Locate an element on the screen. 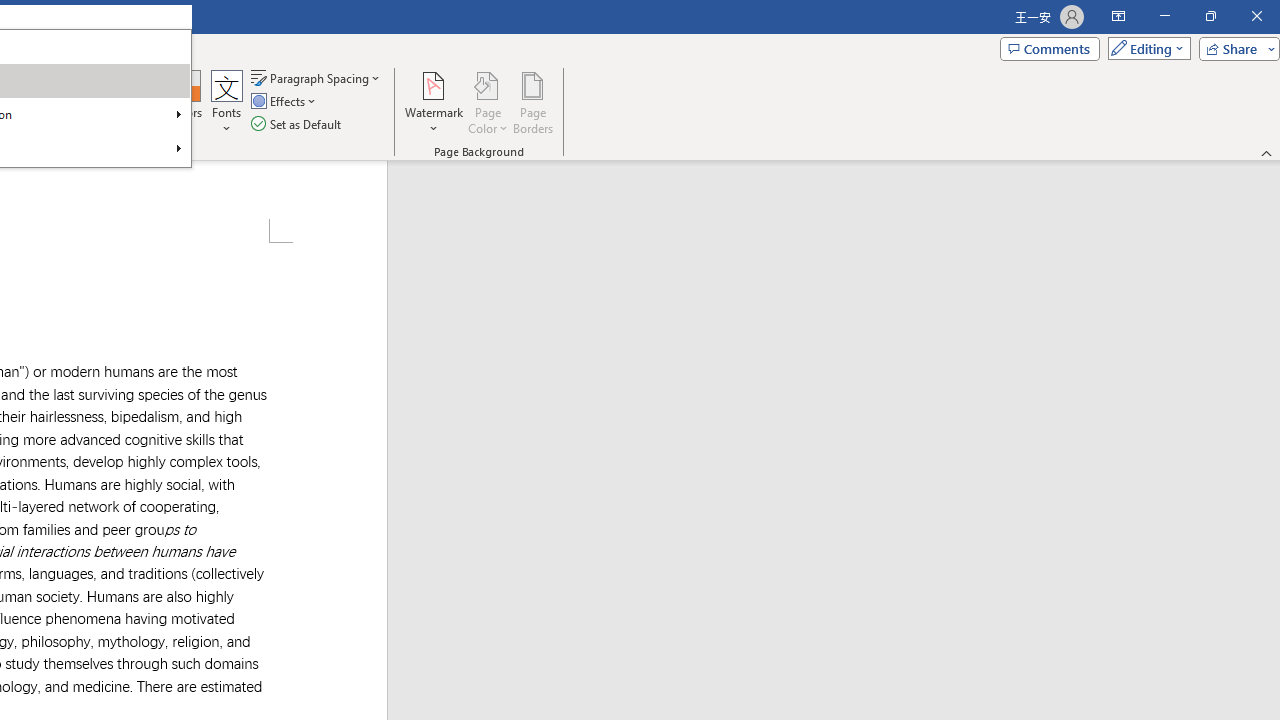 The width and height of the screenshot is (1280, 720). 'Effects' is located at coordinates (284, 101).